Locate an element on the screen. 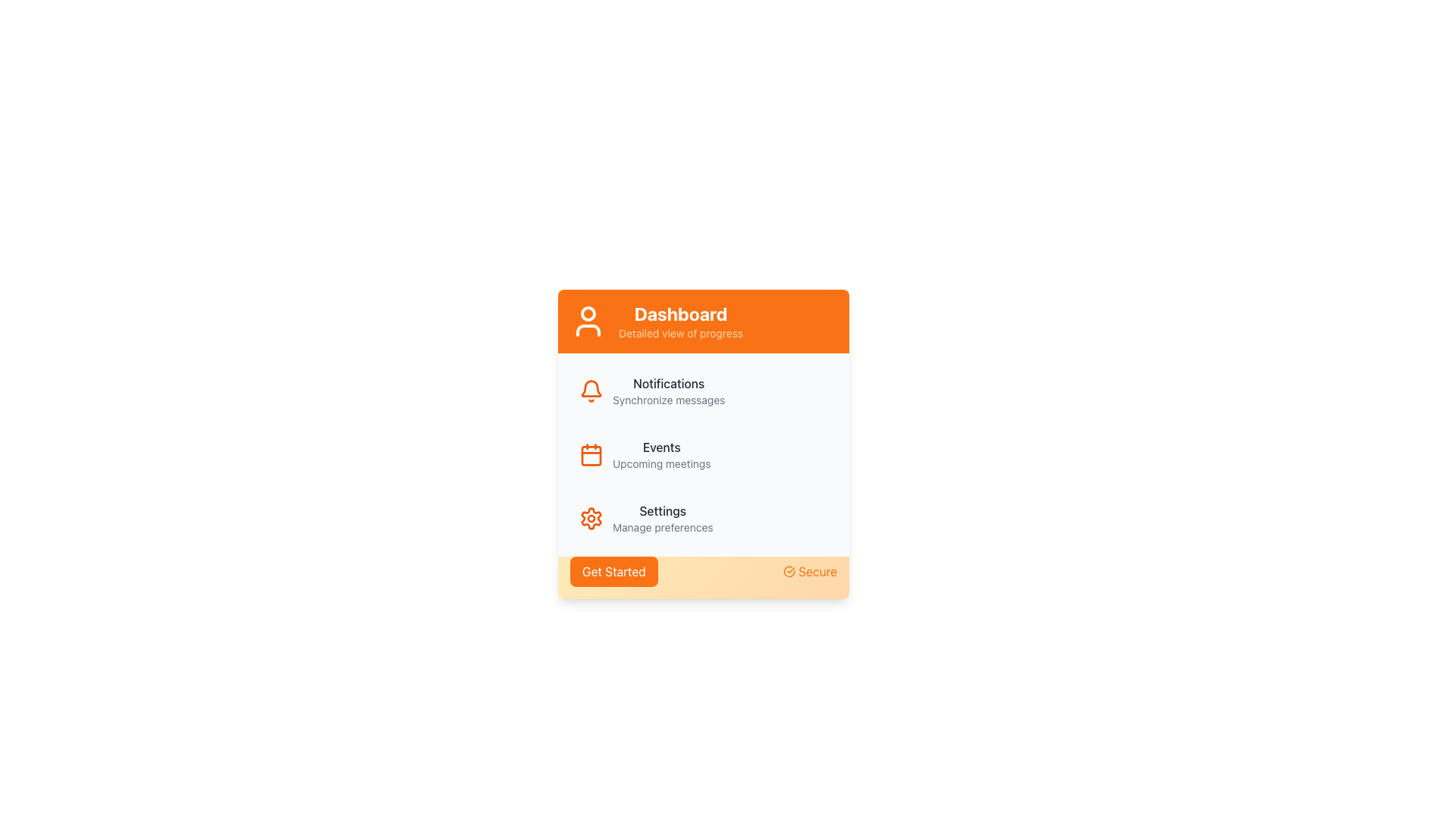  the text label that serves as a title for event-related features, positioned centrally below a calendar icon and above 'Upcoming meetings' is located at coordinates (661, 447).